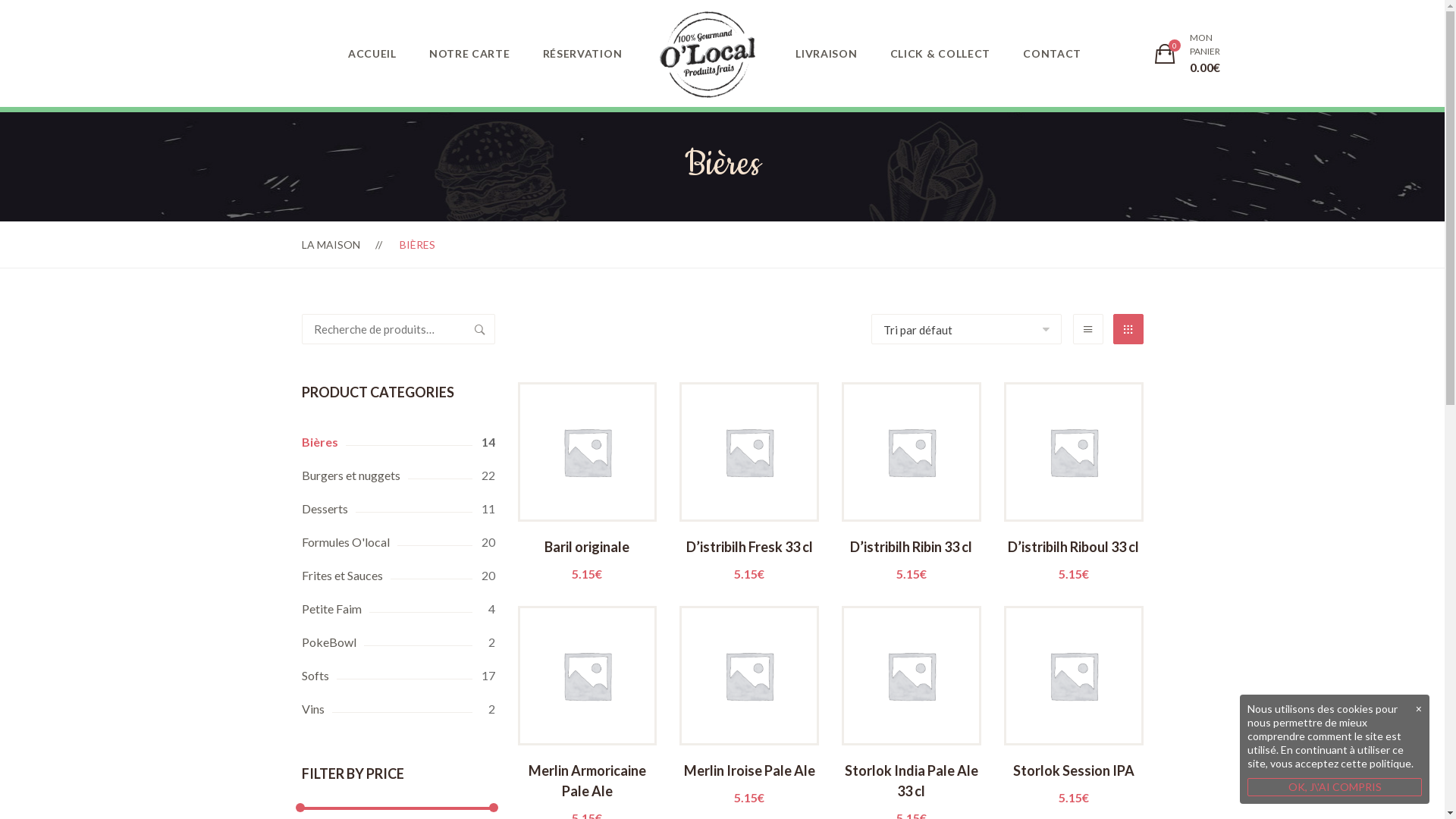  What do you see at coordinates (706, 54) in the screenshot?
I see `'O'local'` at bounding box center [706, 54].